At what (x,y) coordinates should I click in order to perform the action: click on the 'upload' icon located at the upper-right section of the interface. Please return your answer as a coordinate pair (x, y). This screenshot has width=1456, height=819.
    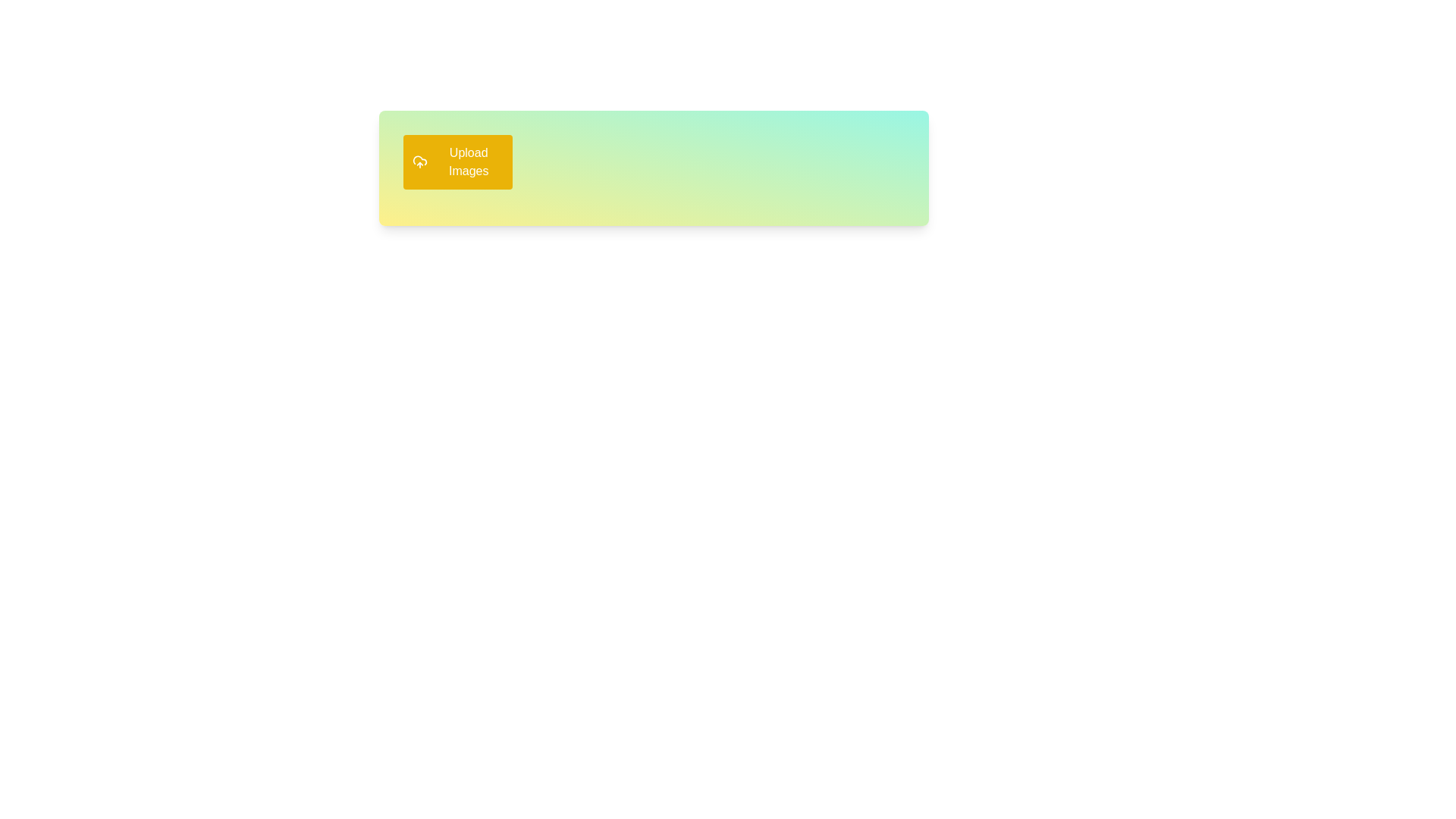
    Looking at the image, I should click on (420, 162).